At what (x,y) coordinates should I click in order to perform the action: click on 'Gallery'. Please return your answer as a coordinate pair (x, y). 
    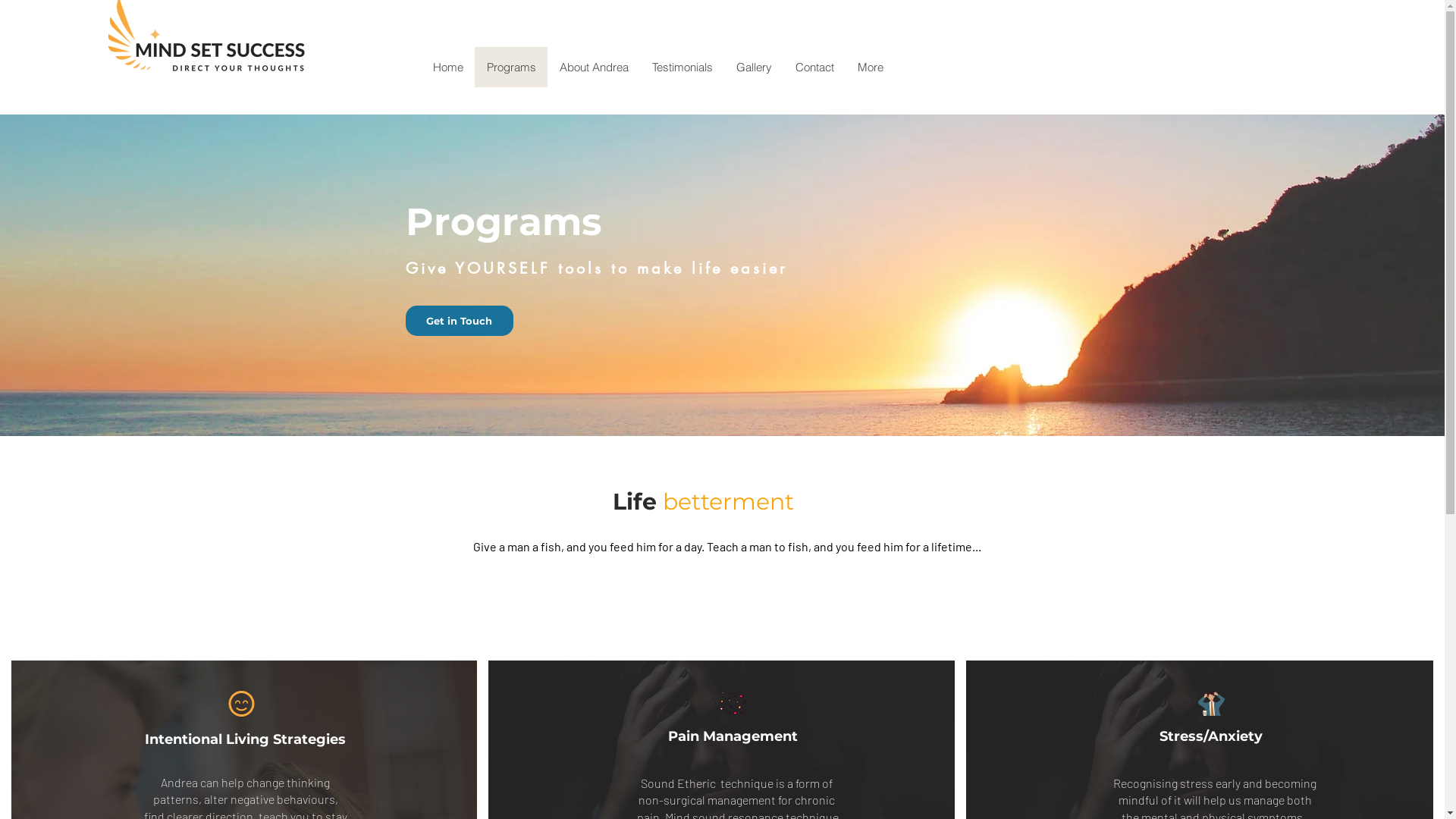
    Looking at the image, I should click on (753, 66).